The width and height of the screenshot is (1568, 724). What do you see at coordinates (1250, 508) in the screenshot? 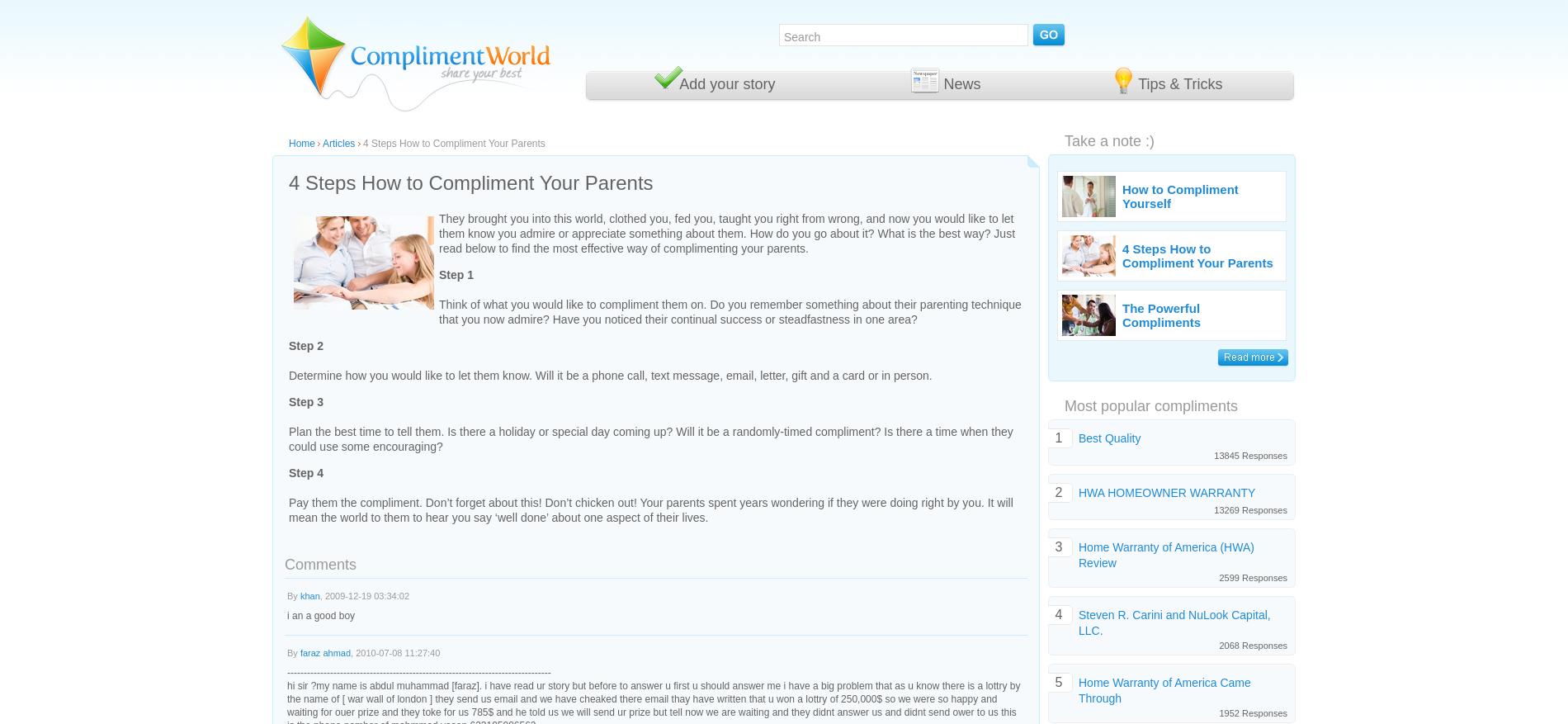
I see `'13269 Responses'` at bounding box center [1250, 508].